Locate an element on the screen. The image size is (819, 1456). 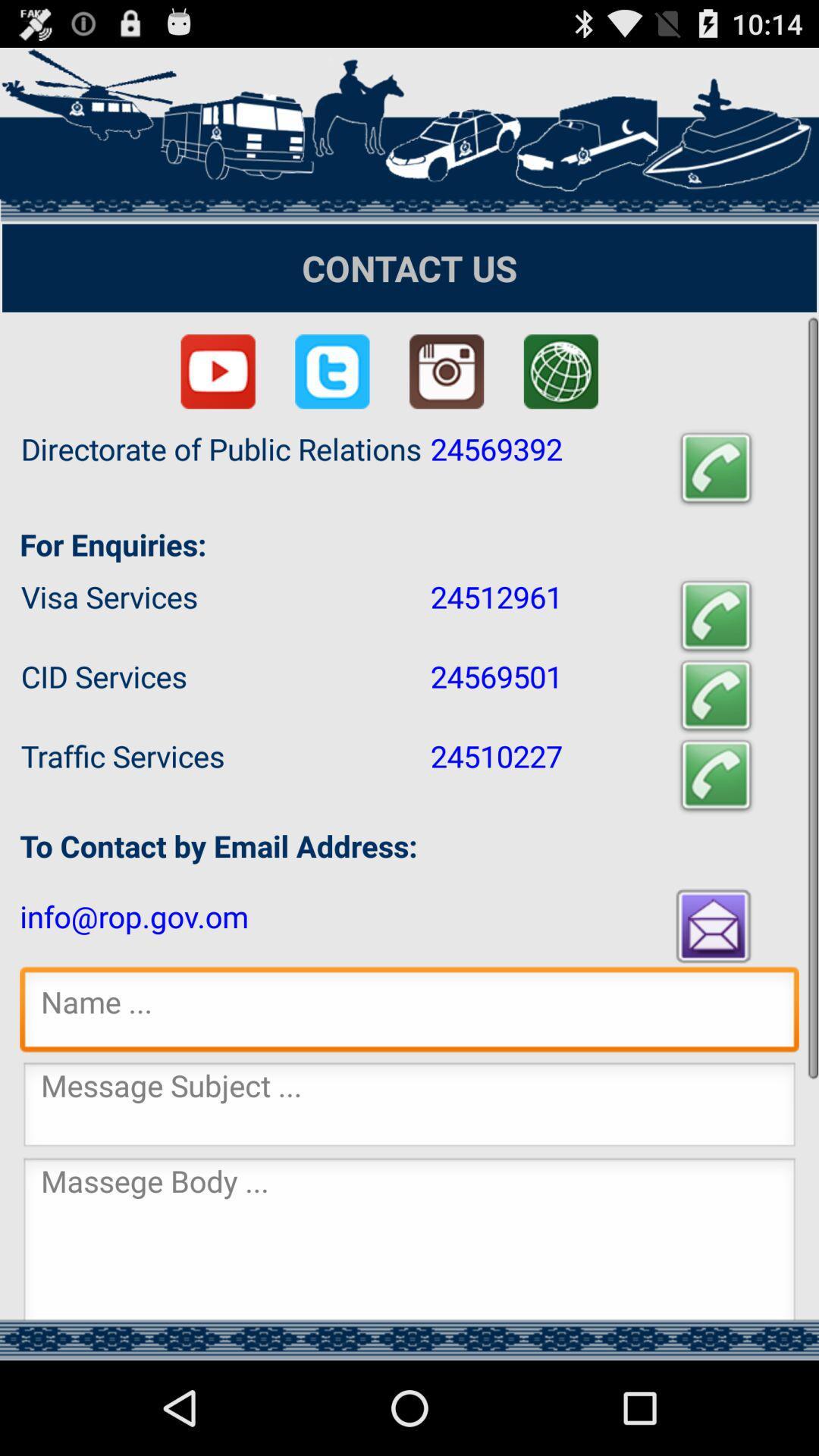
the call icon is located at coordinates (716, 501).